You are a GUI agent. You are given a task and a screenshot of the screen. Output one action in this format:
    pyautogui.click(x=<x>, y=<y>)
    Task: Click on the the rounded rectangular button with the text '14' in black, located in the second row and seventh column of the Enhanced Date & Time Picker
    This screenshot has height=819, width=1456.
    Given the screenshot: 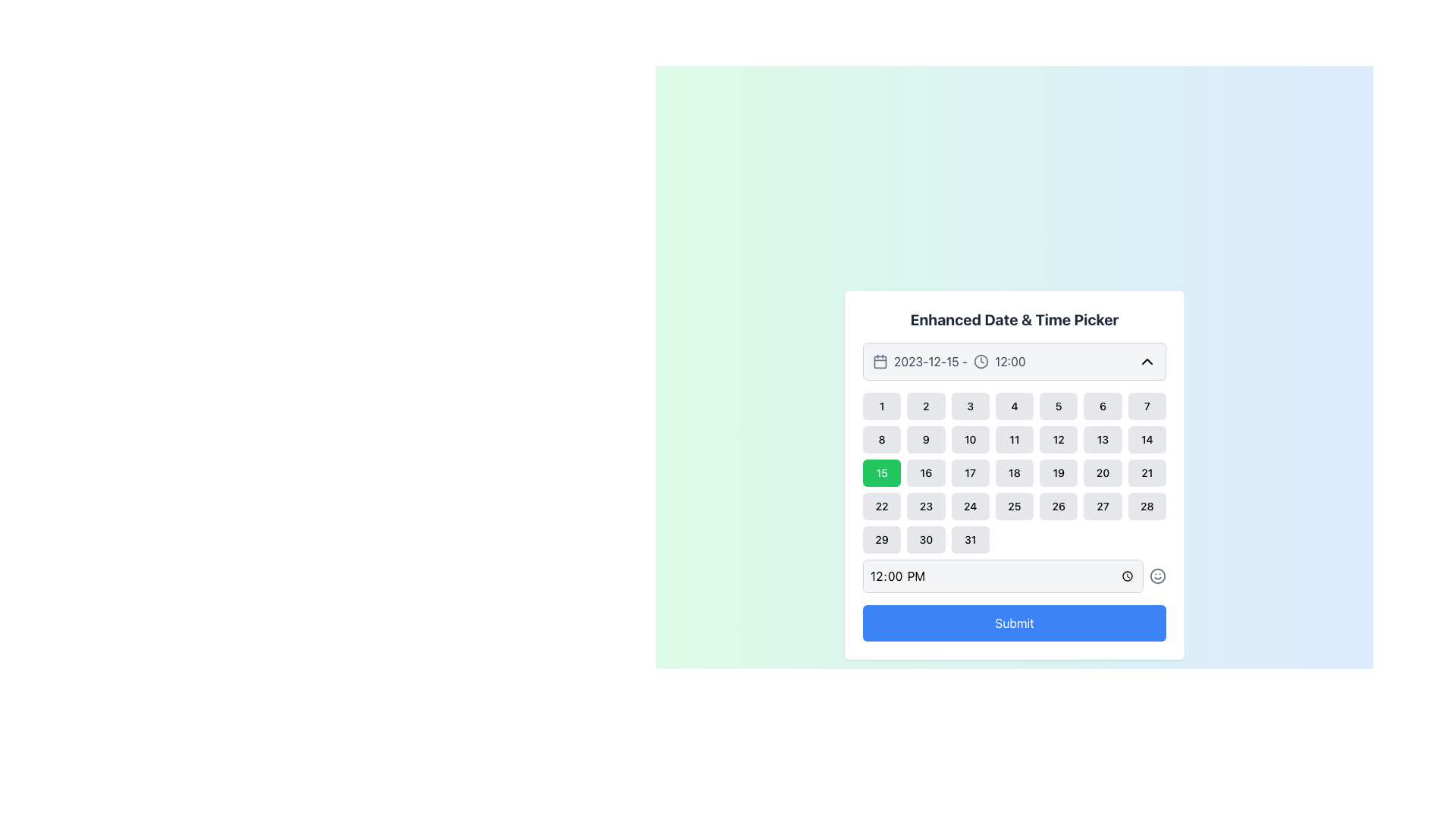 What is the action you would take?
    pyautogui.click(x=1147, y=439)
    